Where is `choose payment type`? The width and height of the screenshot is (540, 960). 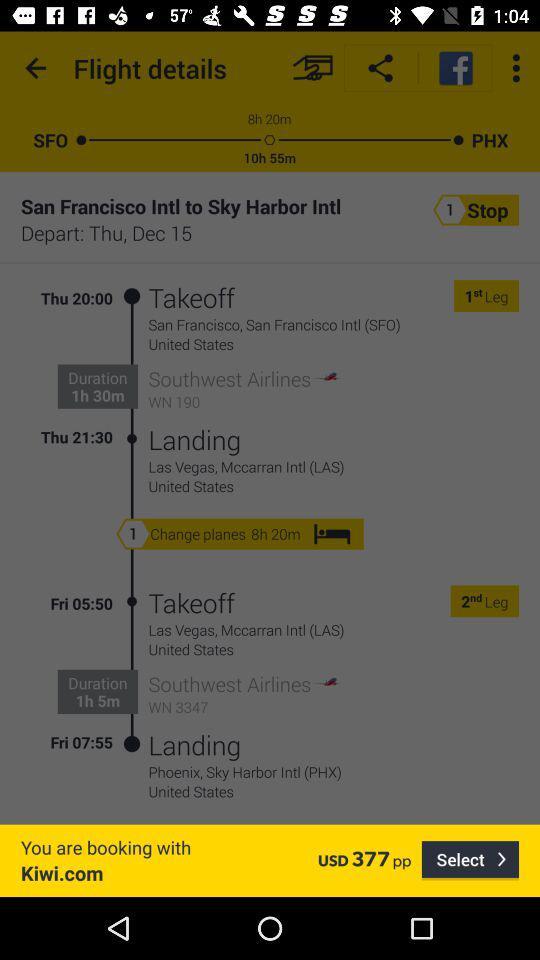
choose payment type is located at coordinates (312, 68).